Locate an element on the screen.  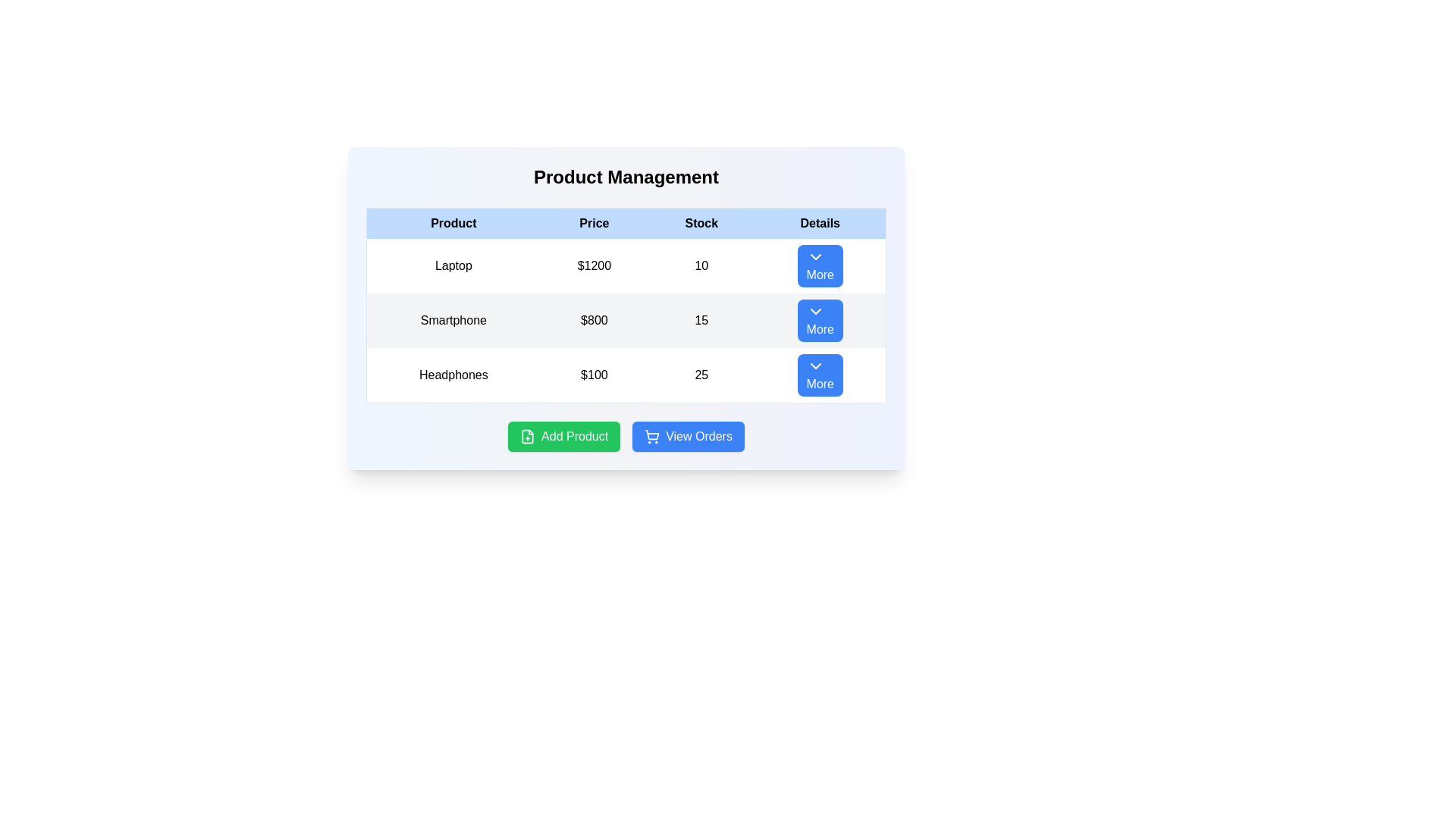
the 'Stock' header label, which is the third label in a row of four, displayed in bold black font on a light blue background, positioned between 'Price' and 'Details' is located at coordinates (701, 223).